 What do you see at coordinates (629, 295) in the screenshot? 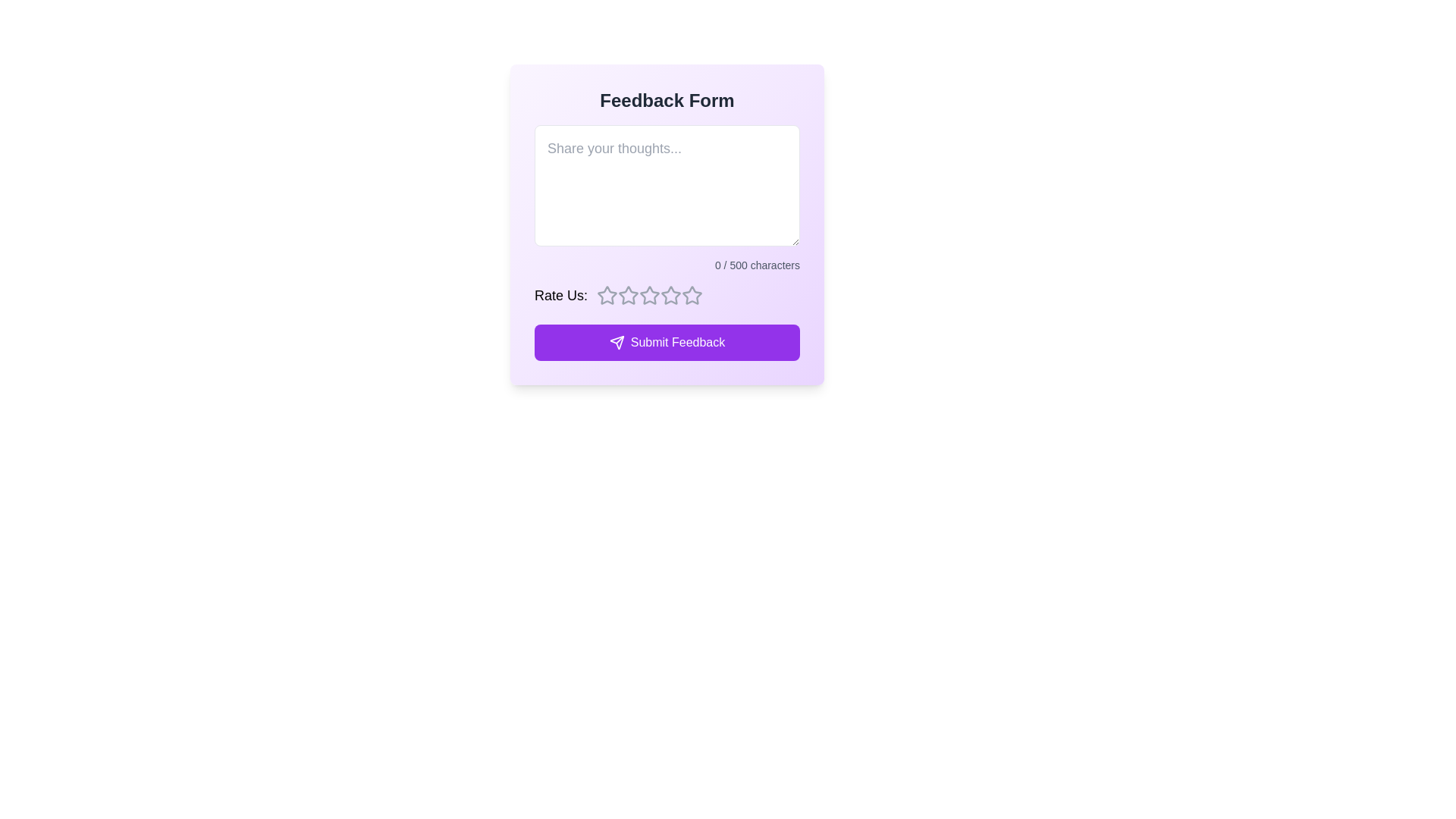
I see `the third star icon in the rating functionality, which has a hollow center and gray outline, positioned below the feedback text box and above the submission button` at bounding box center [629, 295].